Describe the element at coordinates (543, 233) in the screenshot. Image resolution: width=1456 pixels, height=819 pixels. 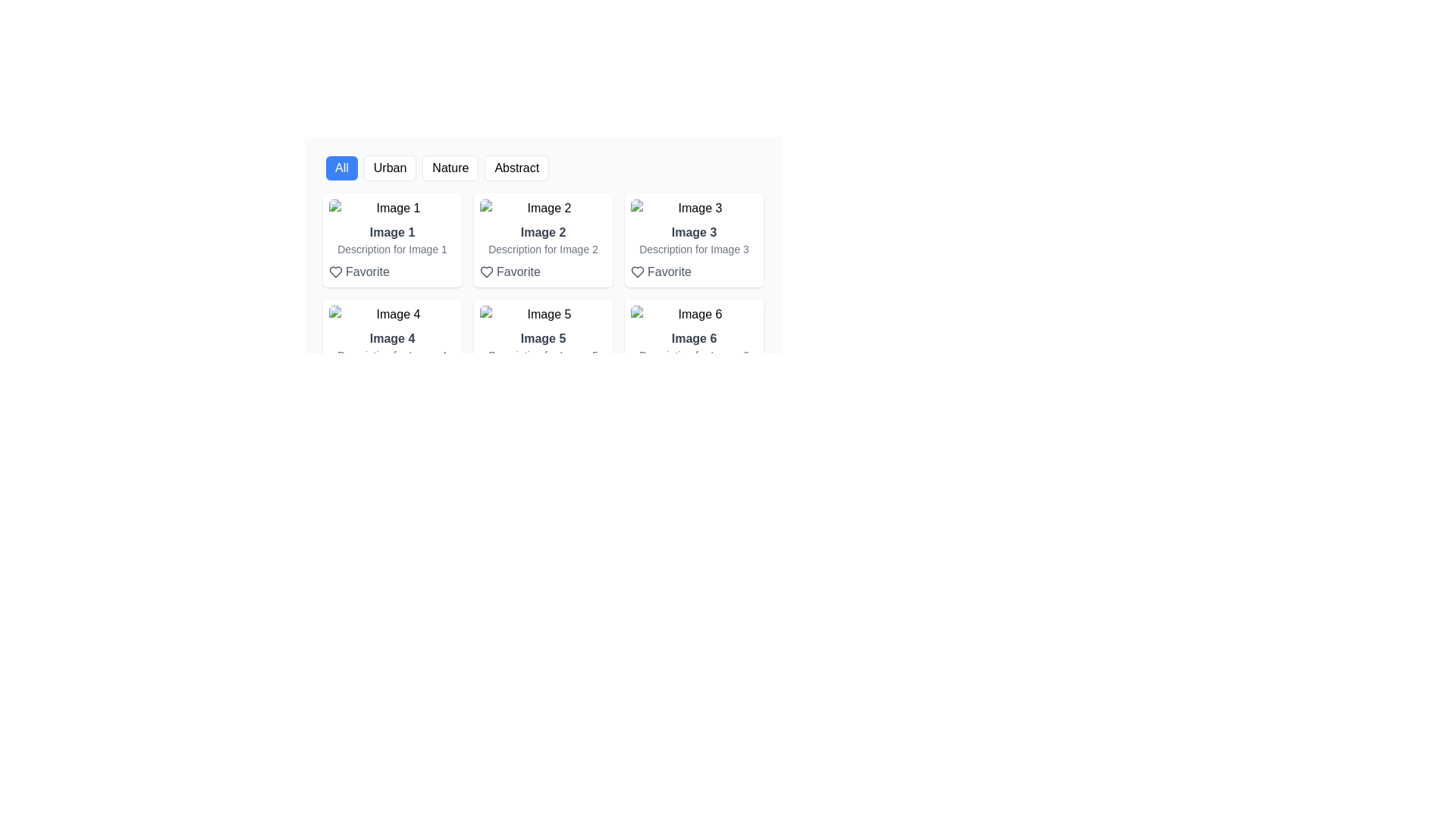
I see `the text label that serves as the title or heading for its corresponding image and descriptive content, located in the middle column of a grid layout, specifically in the second cell of the top row` at that location.